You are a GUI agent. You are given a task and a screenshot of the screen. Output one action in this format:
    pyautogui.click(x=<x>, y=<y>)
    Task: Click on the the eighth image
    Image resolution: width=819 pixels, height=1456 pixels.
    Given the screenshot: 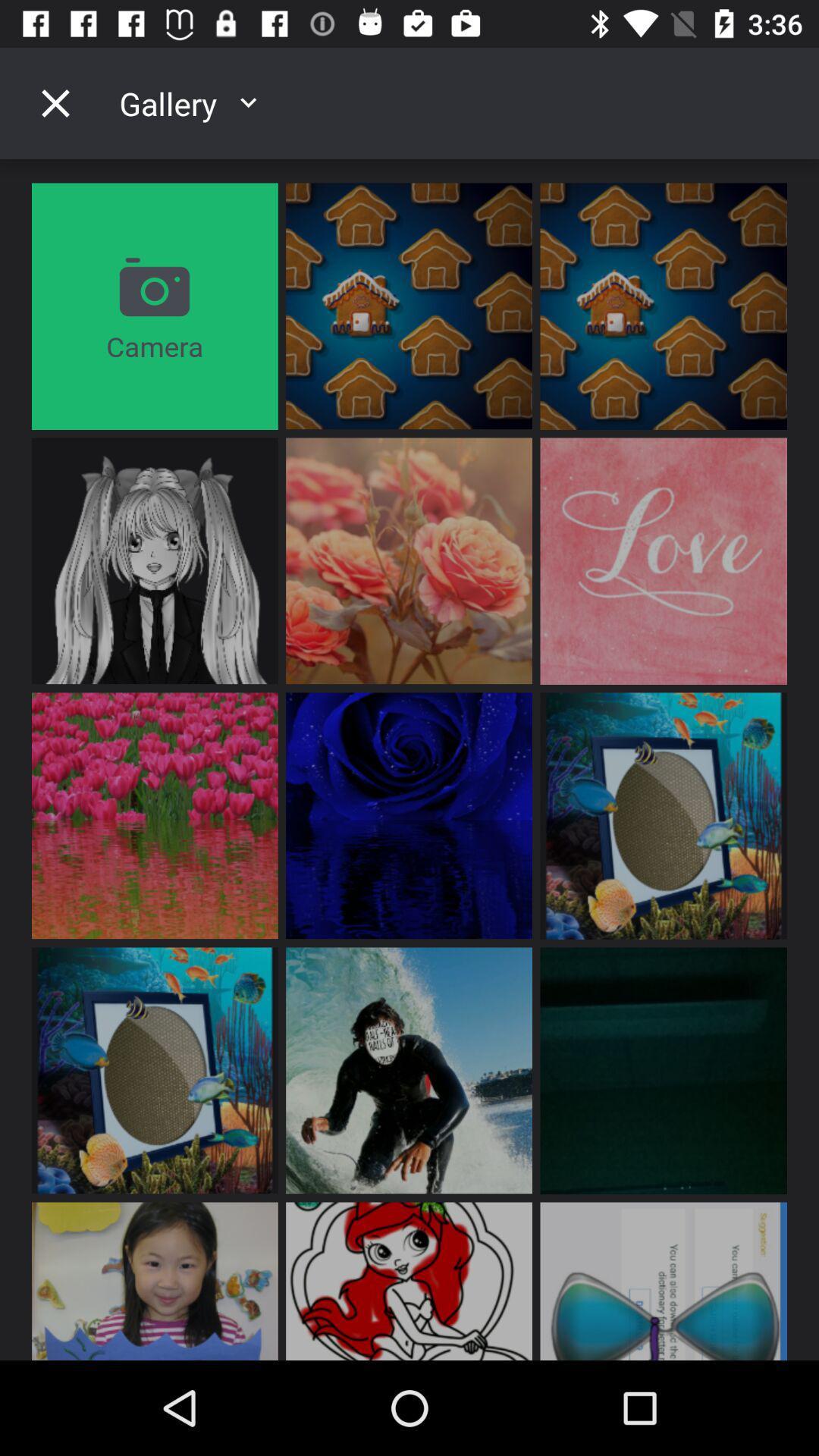 What is the action you would take?
    pyautogui.click(x=663, y=815)
    